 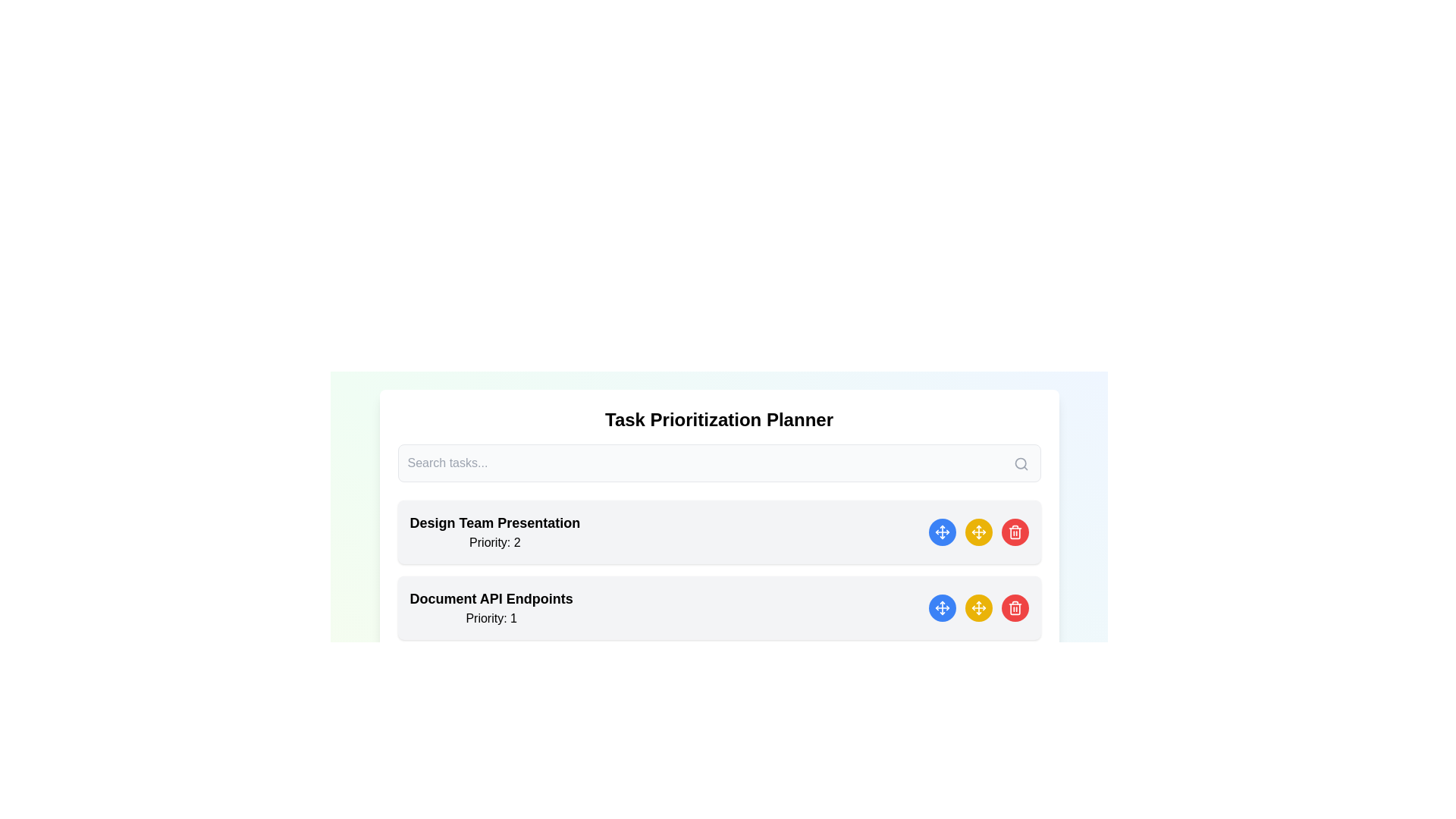 I want to click on the circular red button with a white trash can icon, which is the third icon in the 'Design Team Presentation' controls, so click(x=1015, y=532).